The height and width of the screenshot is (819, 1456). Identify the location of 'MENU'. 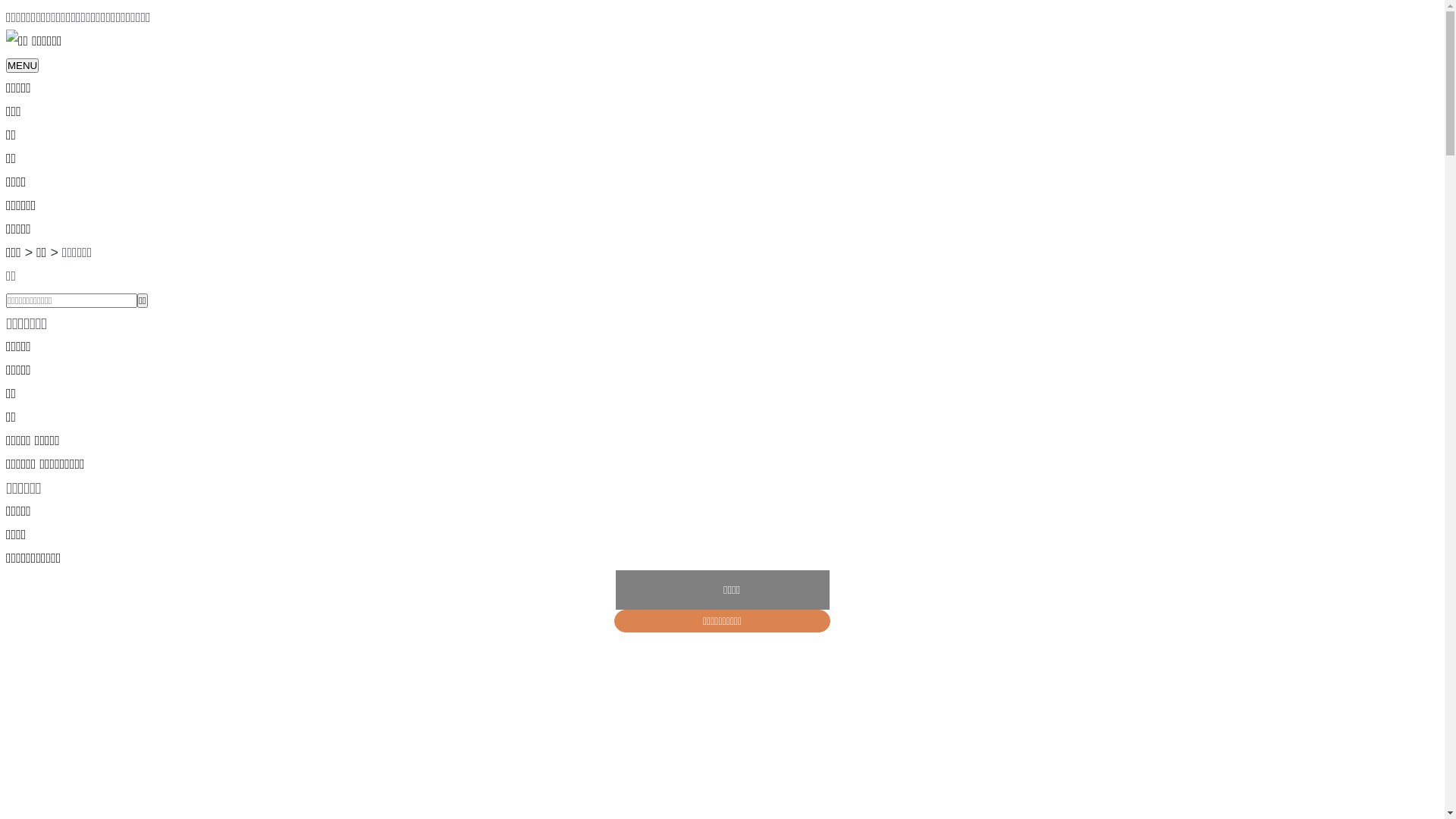
(22, 64).